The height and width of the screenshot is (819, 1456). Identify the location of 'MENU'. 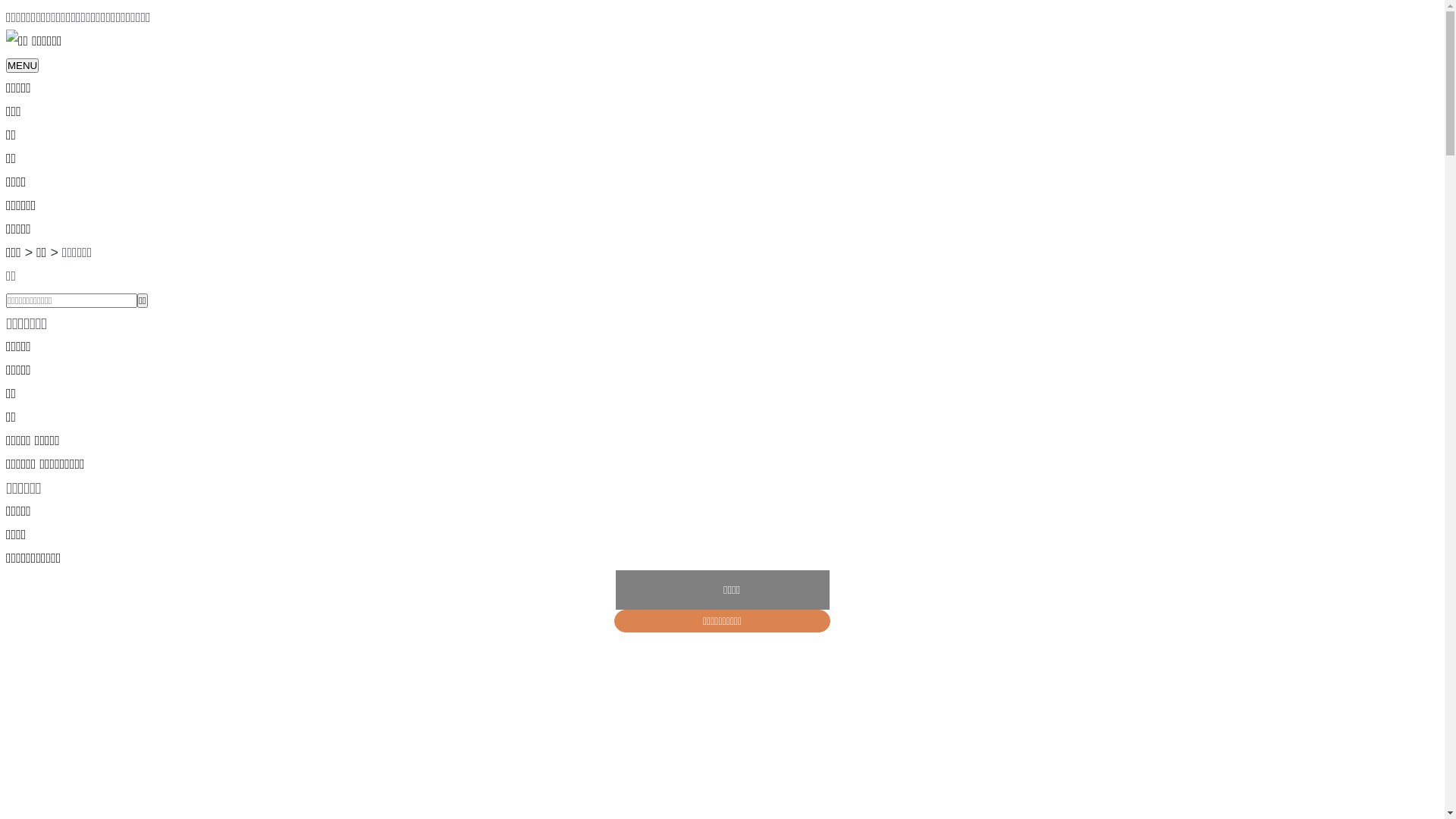
(22, 64).